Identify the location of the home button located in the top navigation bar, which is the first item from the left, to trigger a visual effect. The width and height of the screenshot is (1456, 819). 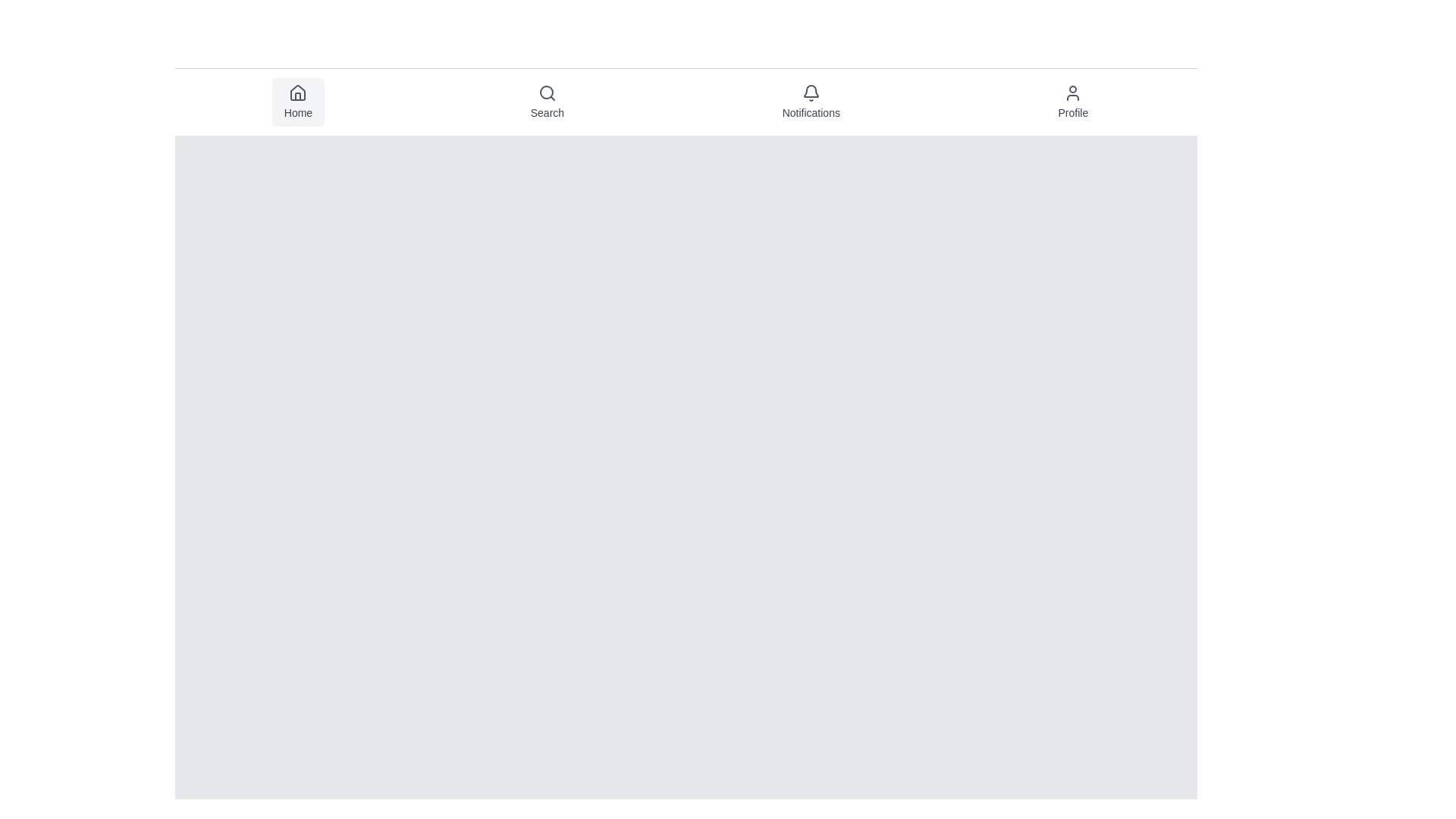
(298, 102).